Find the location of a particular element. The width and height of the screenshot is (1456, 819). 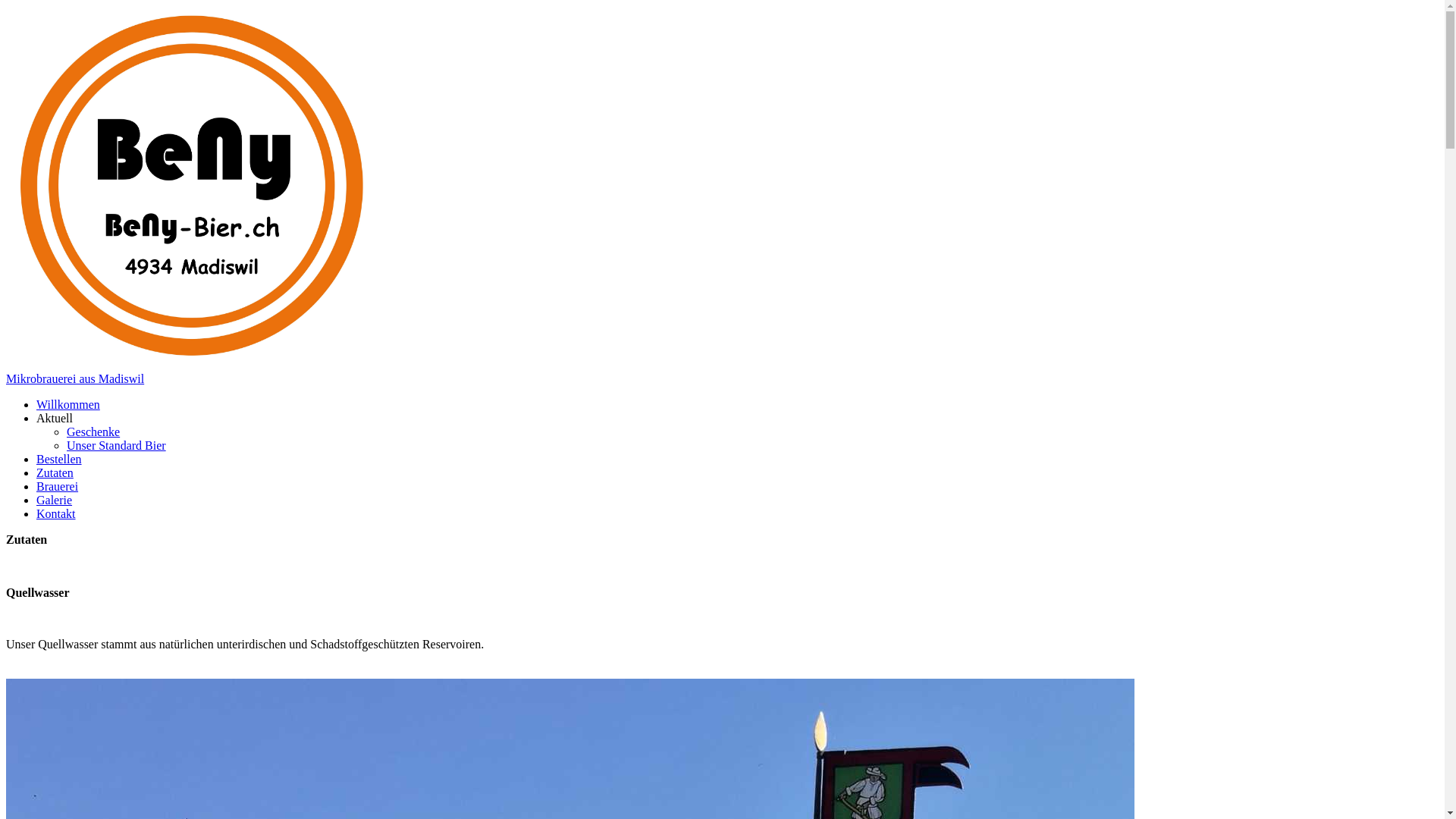

'Zutaten' is located at coordinates (55, 471).